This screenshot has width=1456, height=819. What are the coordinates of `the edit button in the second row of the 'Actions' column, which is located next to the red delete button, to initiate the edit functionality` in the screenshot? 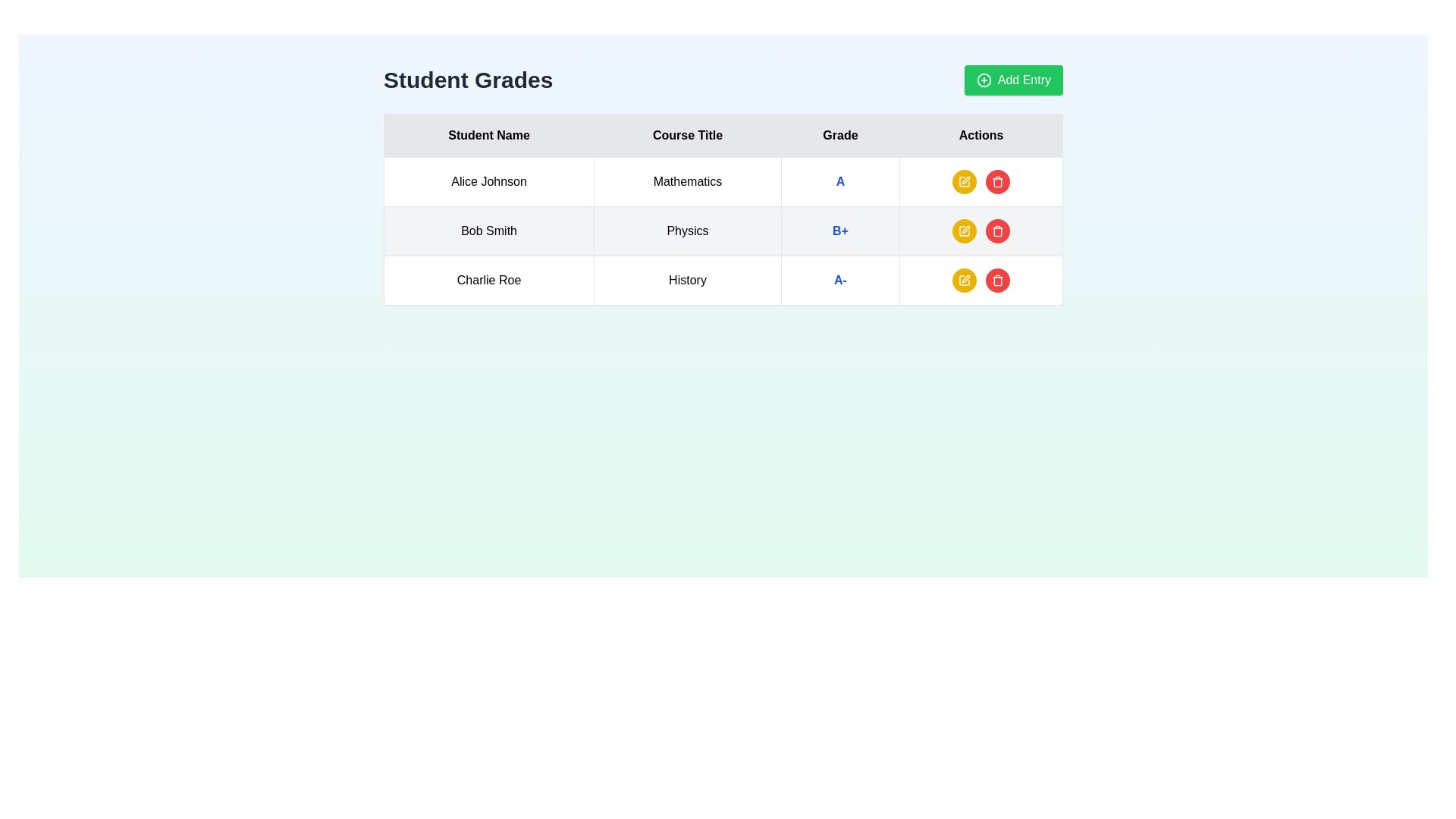 It's located at (964, 231).